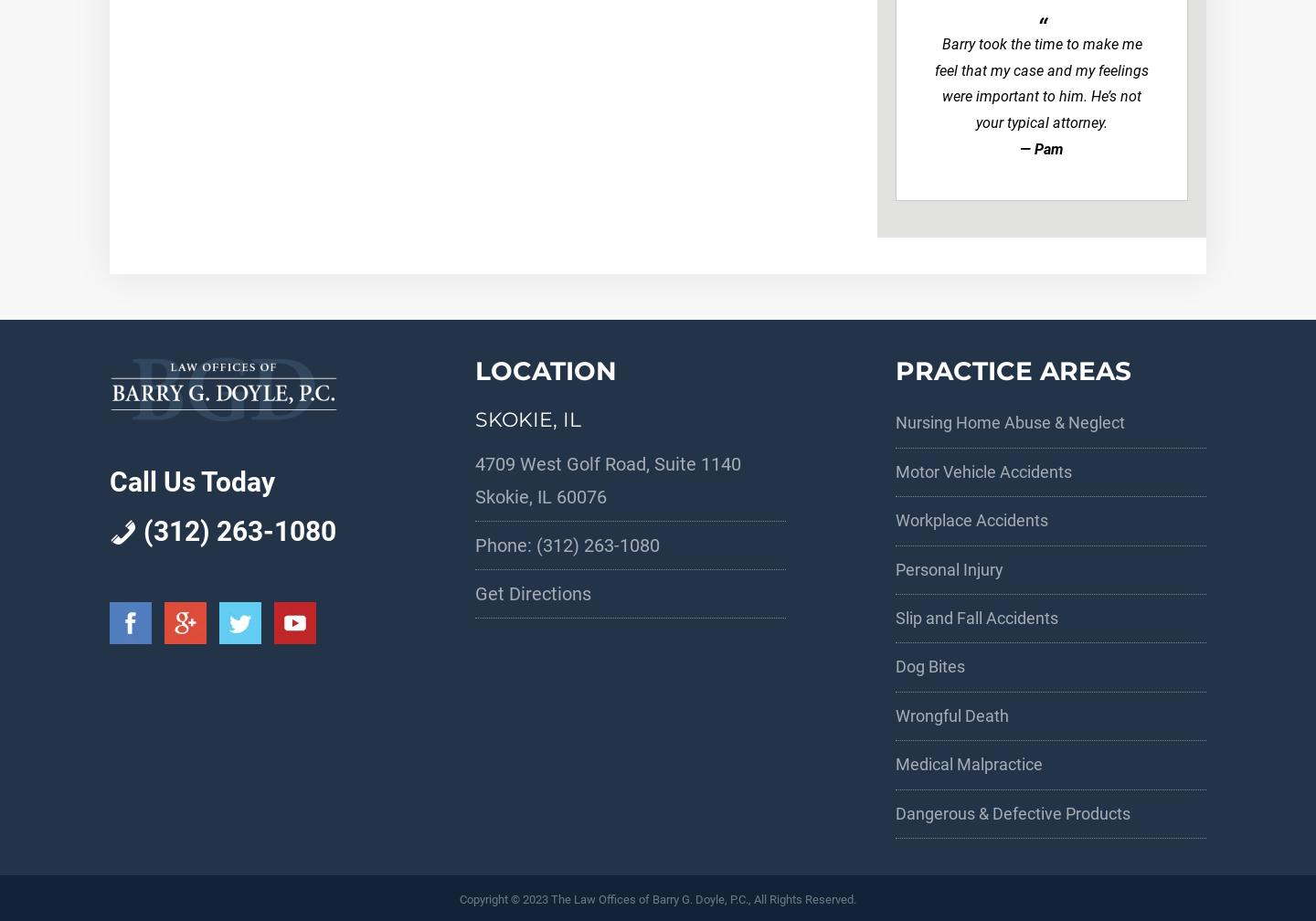 The image size is (1316, 921). I want to click on '4709 West Golf Road, Suite 1140', so click(473, 463).